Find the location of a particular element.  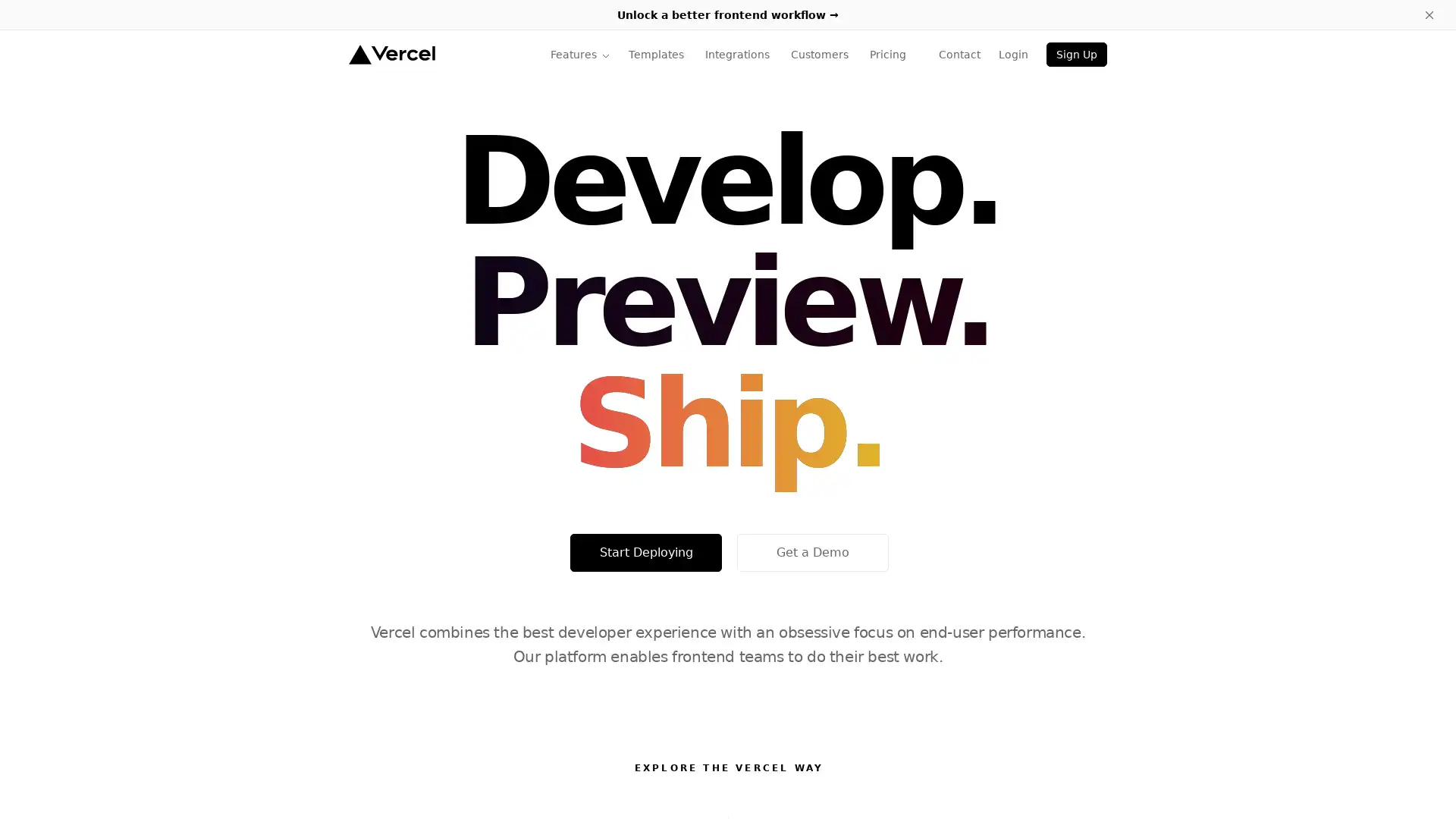

Hide banner is located at coordinates (1429, 14).